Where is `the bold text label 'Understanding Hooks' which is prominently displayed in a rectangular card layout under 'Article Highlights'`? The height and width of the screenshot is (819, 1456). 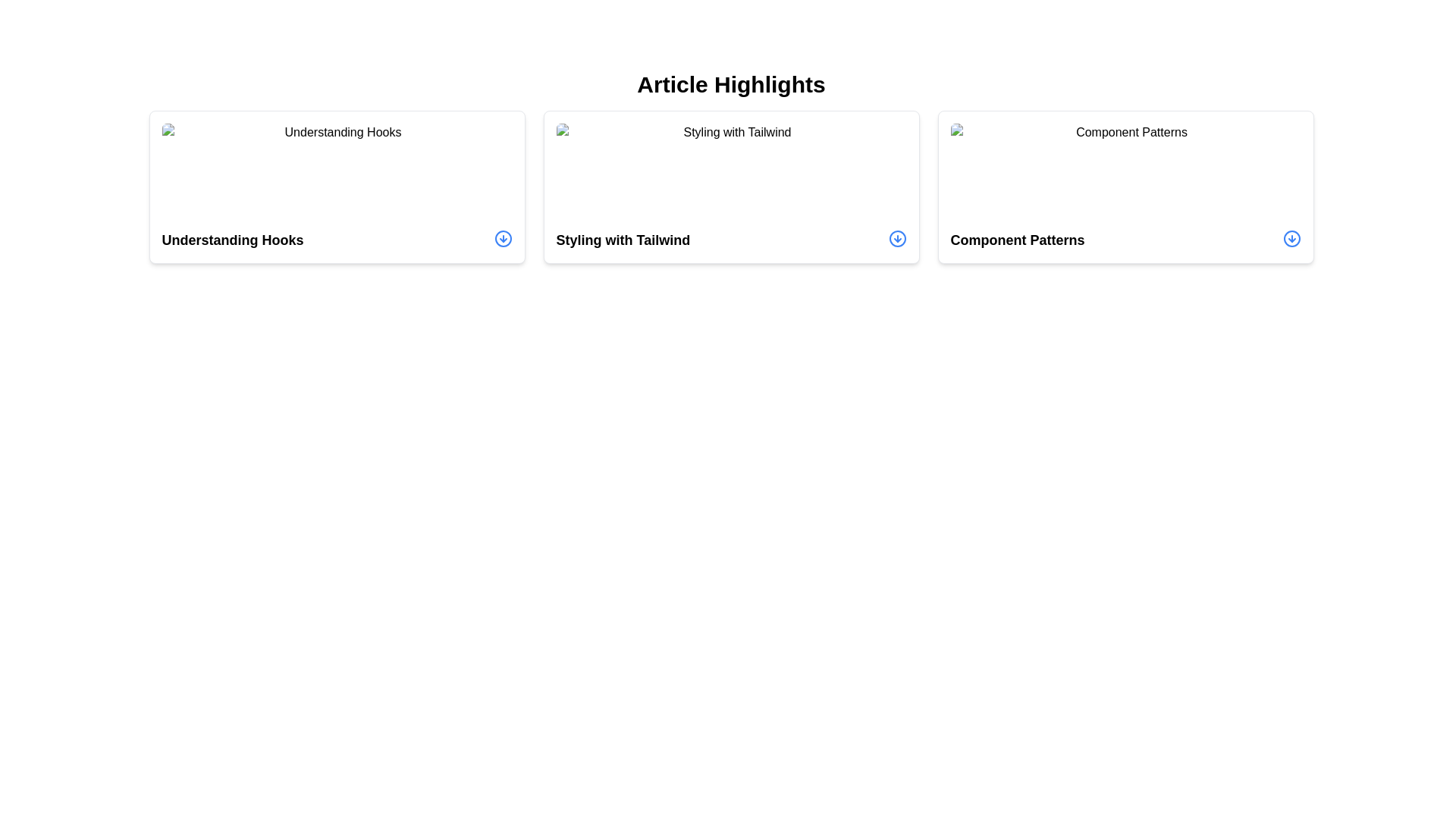 the bold text label 'Understanding Hooks' which is prominently displayed in a rectangular card layout under 'Article Highlights' is located at coordinates (232, 239).